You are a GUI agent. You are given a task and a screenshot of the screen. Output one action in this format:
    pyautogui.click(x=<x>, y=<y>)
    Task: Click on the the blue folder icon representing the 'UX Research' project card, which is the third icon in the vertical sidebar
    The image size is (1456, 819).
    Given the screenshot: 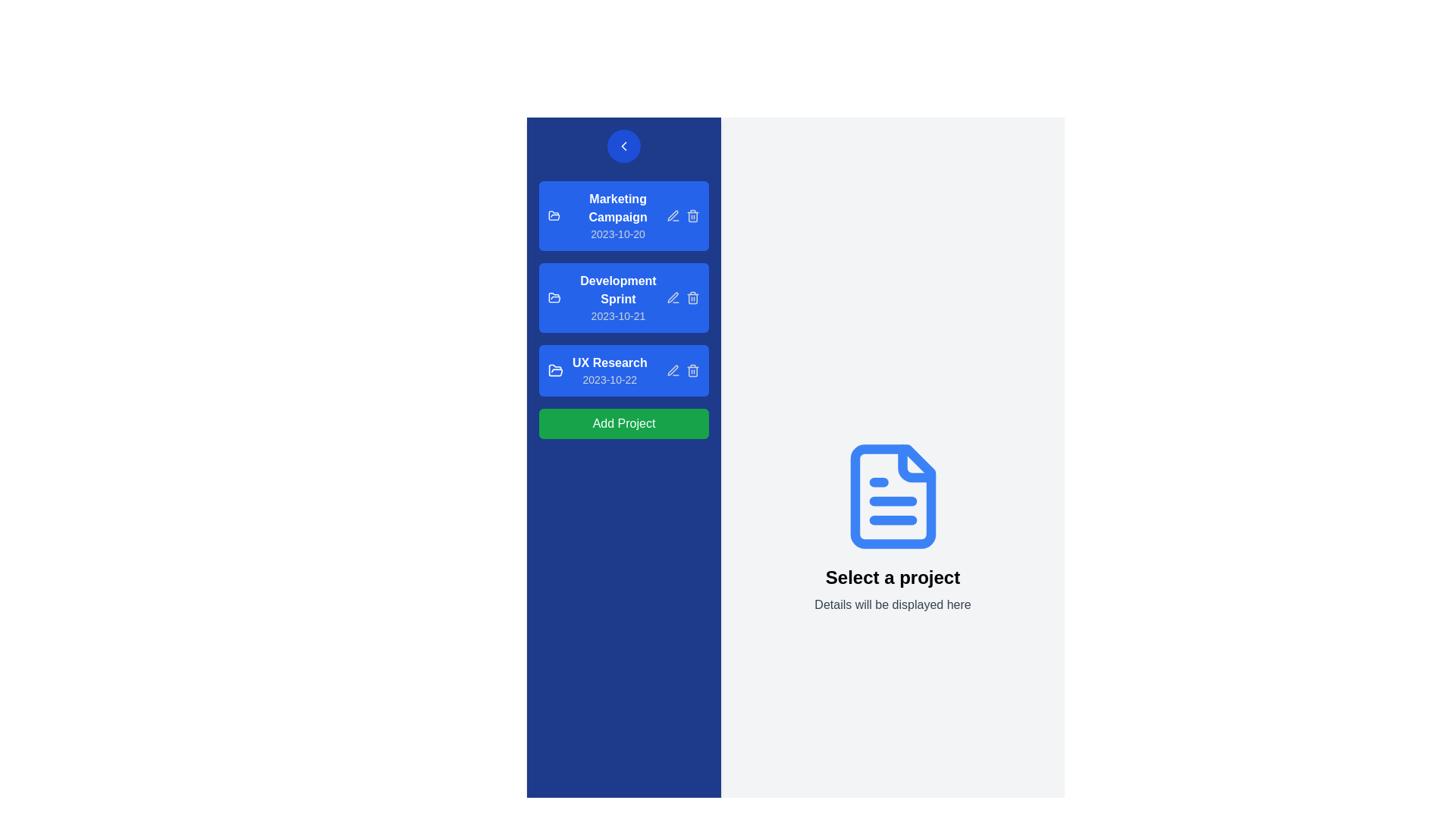 What is the action you would take?
    pyautogui.click(x=555, y=370)
    